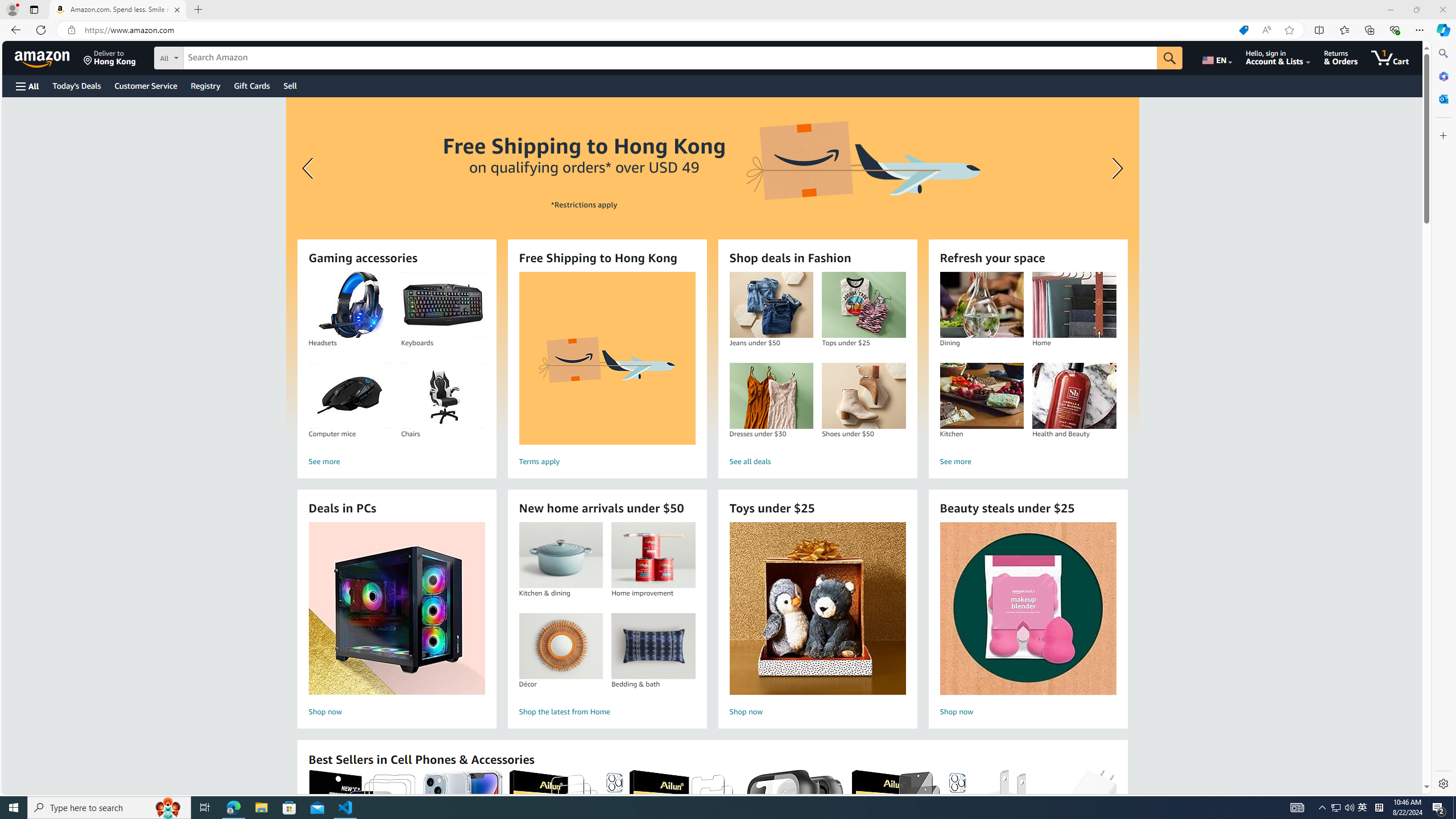 The image size is (1456, 819). I want to click on 'Jeans under $50', so click(771, 305).